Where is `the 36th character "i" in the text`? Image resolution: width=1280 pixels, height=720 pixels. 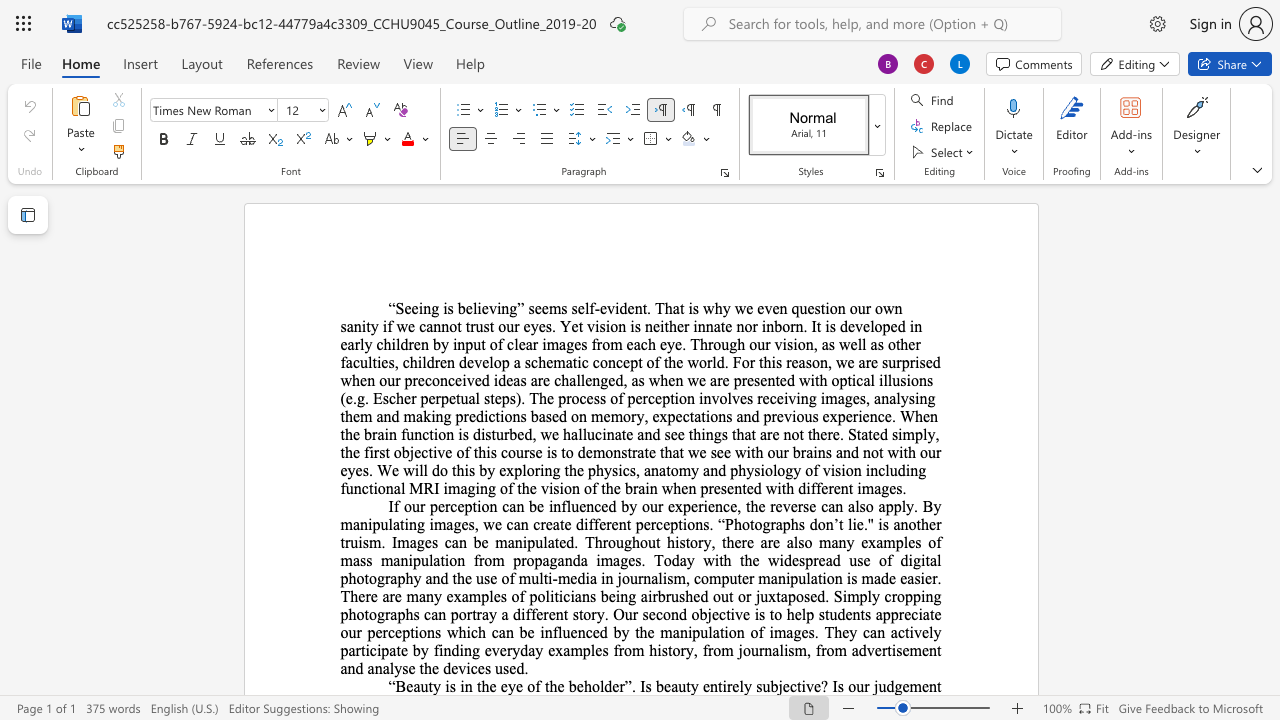 the 36th character "i" in the text is located at coordinates (444, 488).